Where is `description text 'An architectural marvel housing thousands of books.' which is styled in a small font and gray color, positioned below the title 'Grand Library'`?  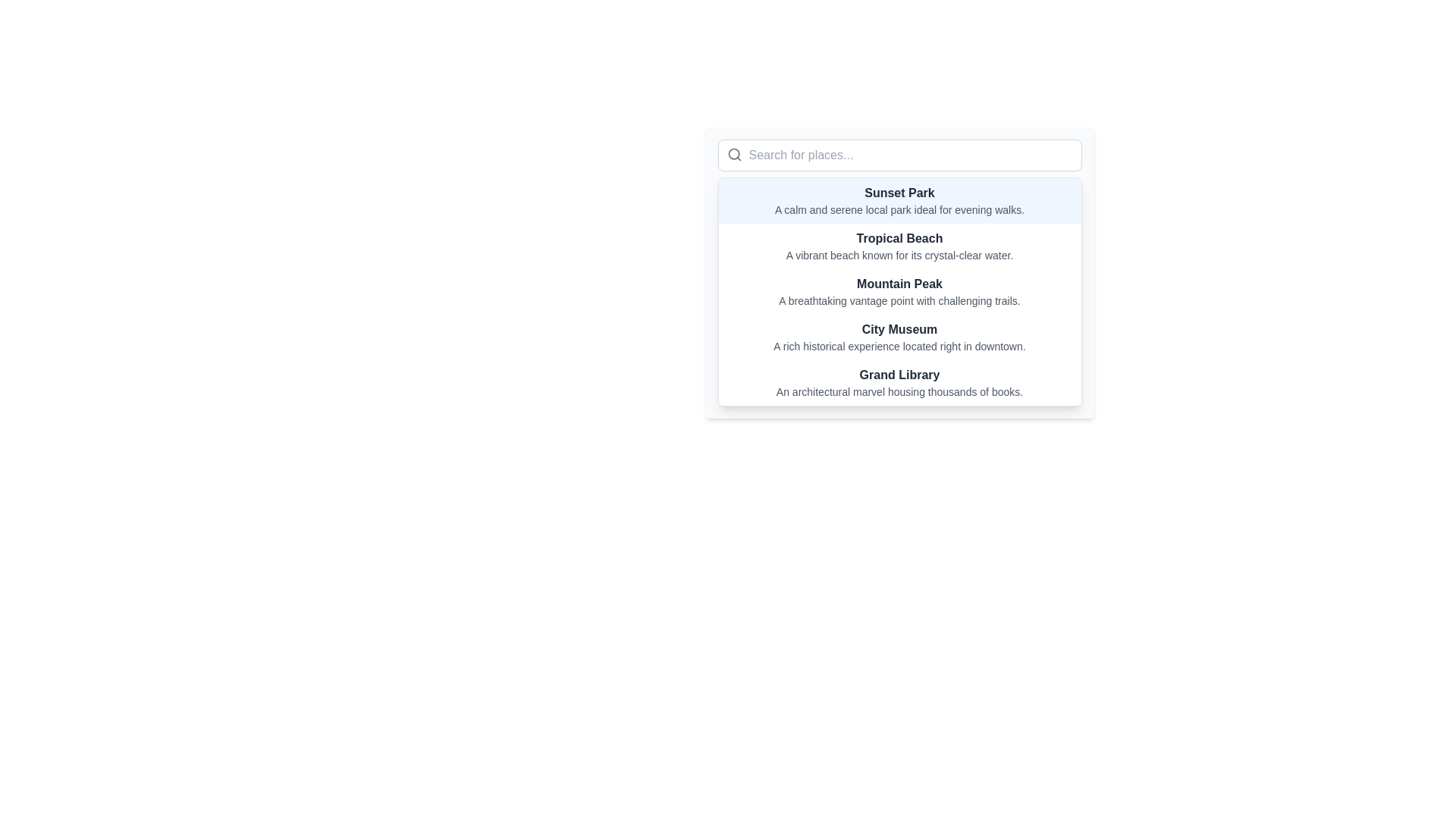 description text 'An architectural marvel housing thousands of books.' which is styled in a small font and gray color, positioned below the title 'Grand Library' is located at coordinates (899, 391).